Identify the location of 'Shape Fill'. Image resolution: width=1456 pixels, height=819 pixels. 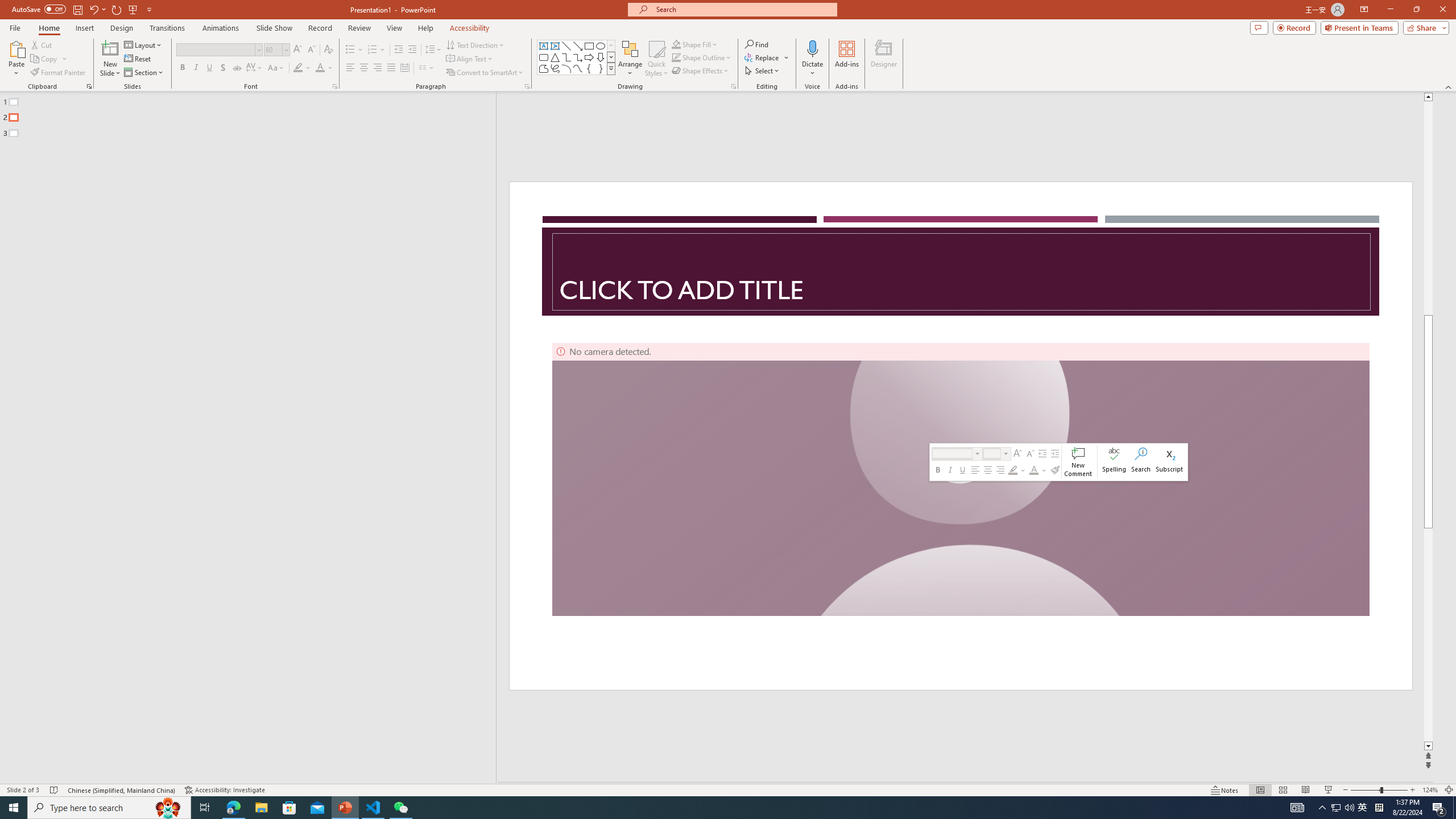
(695, 44).